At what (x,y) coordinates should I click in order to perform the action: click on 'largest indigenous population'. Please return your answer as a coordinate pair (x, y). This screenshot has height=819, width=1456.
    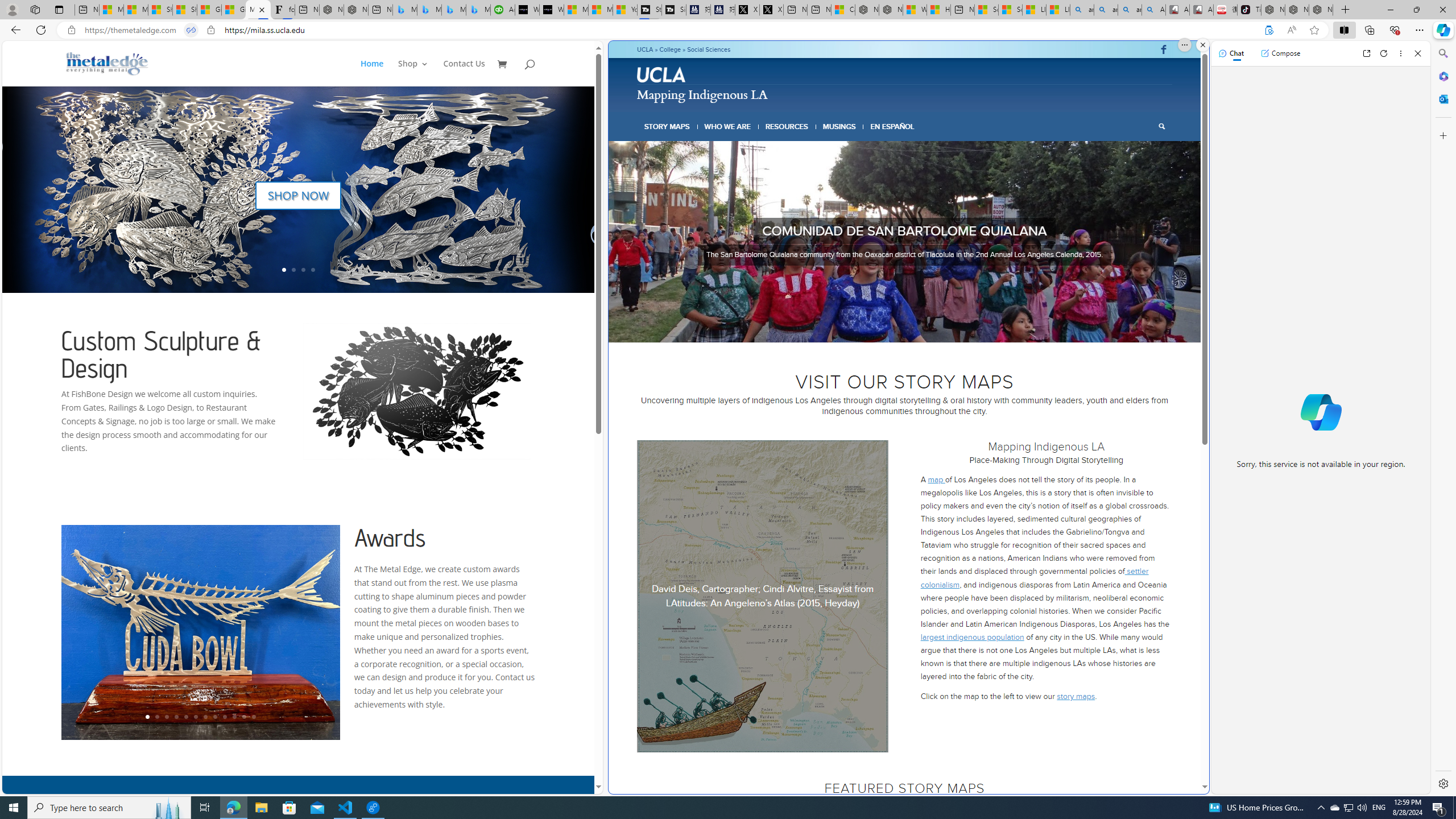
    Looking at the image, I should click on (972, 636).